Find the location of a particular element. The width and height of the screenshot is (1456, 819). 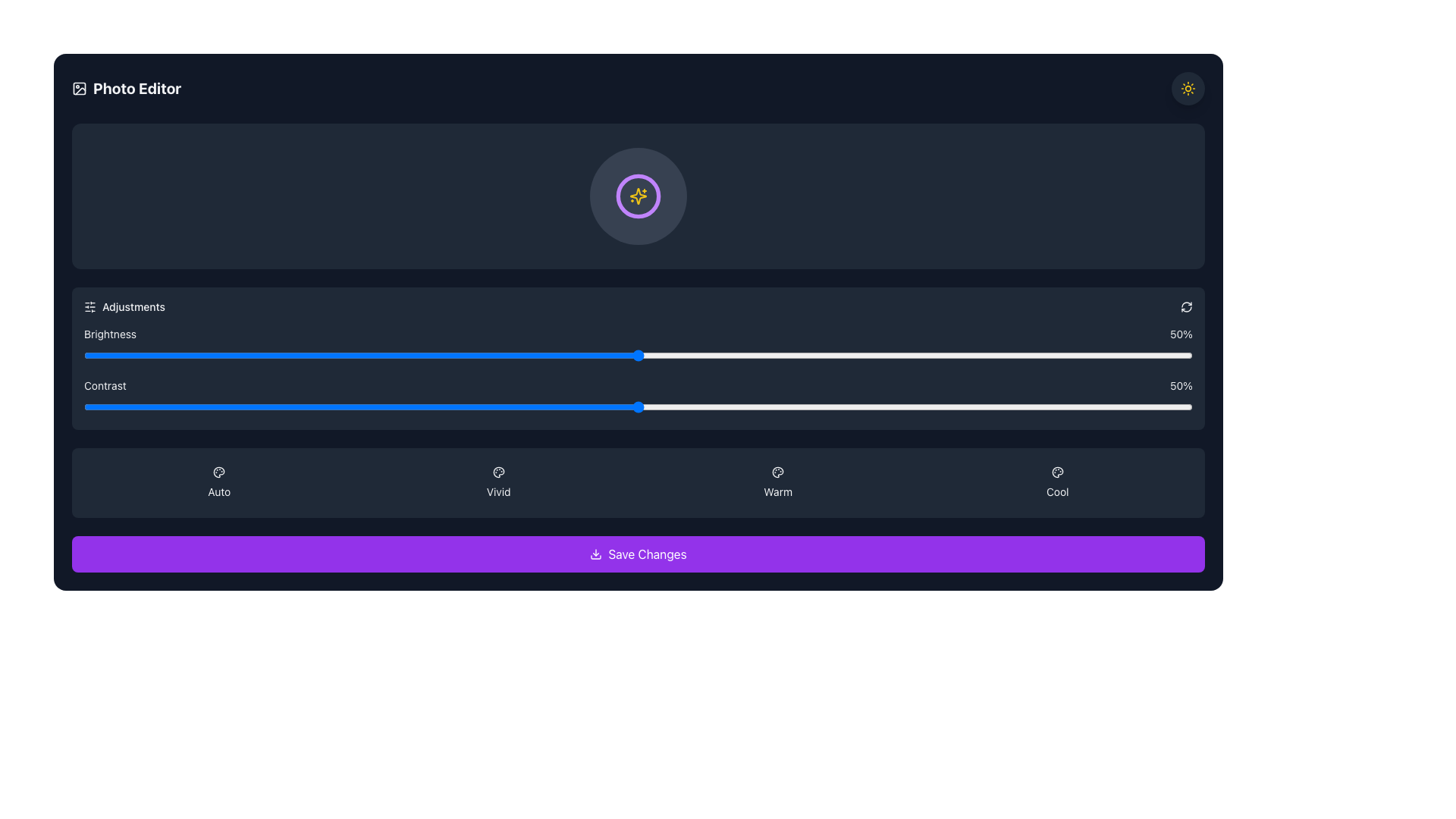

brightness is located at coordinates (194, 356).